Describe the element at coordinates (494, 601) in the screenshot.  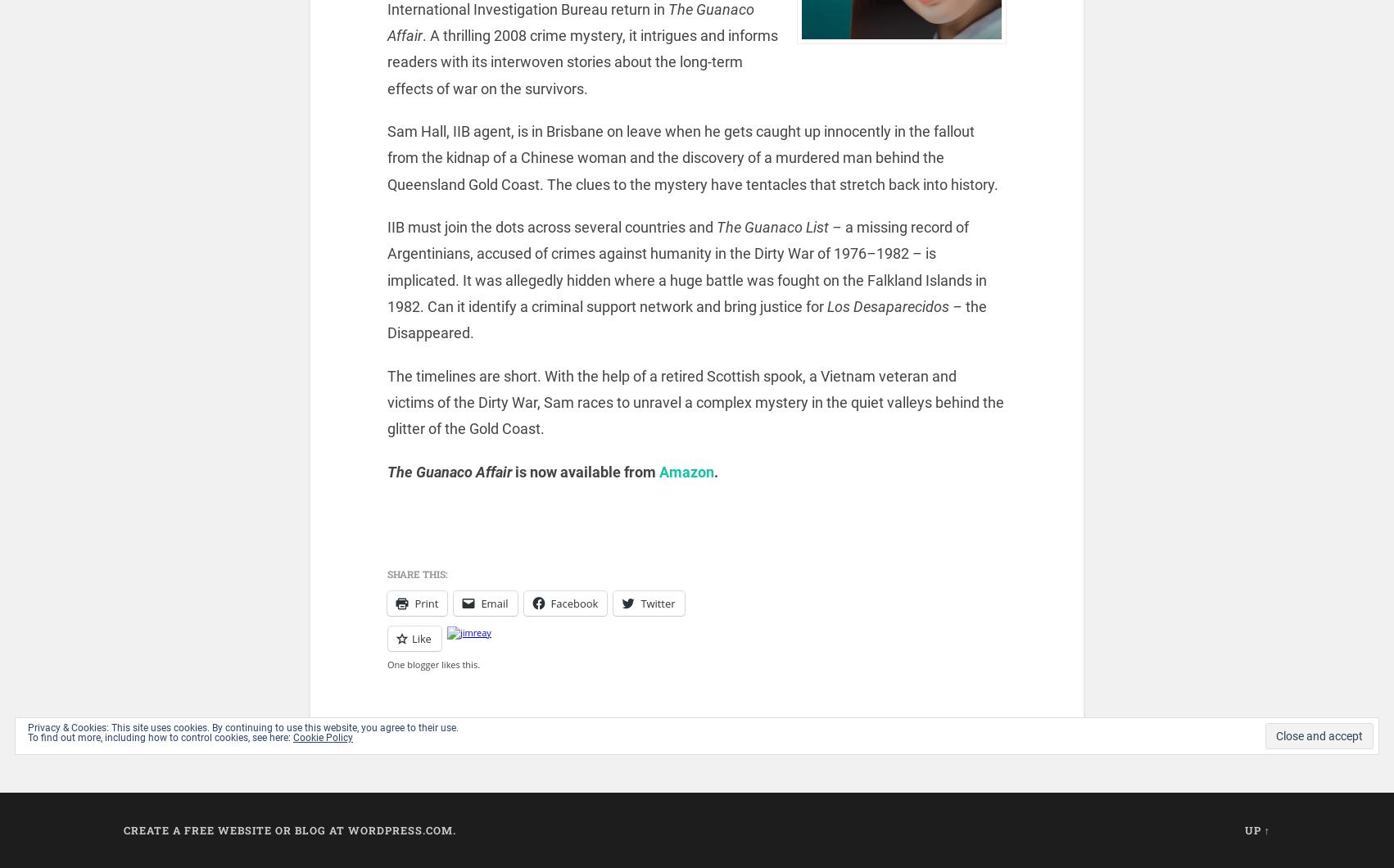
I see `'Email'` at that location.